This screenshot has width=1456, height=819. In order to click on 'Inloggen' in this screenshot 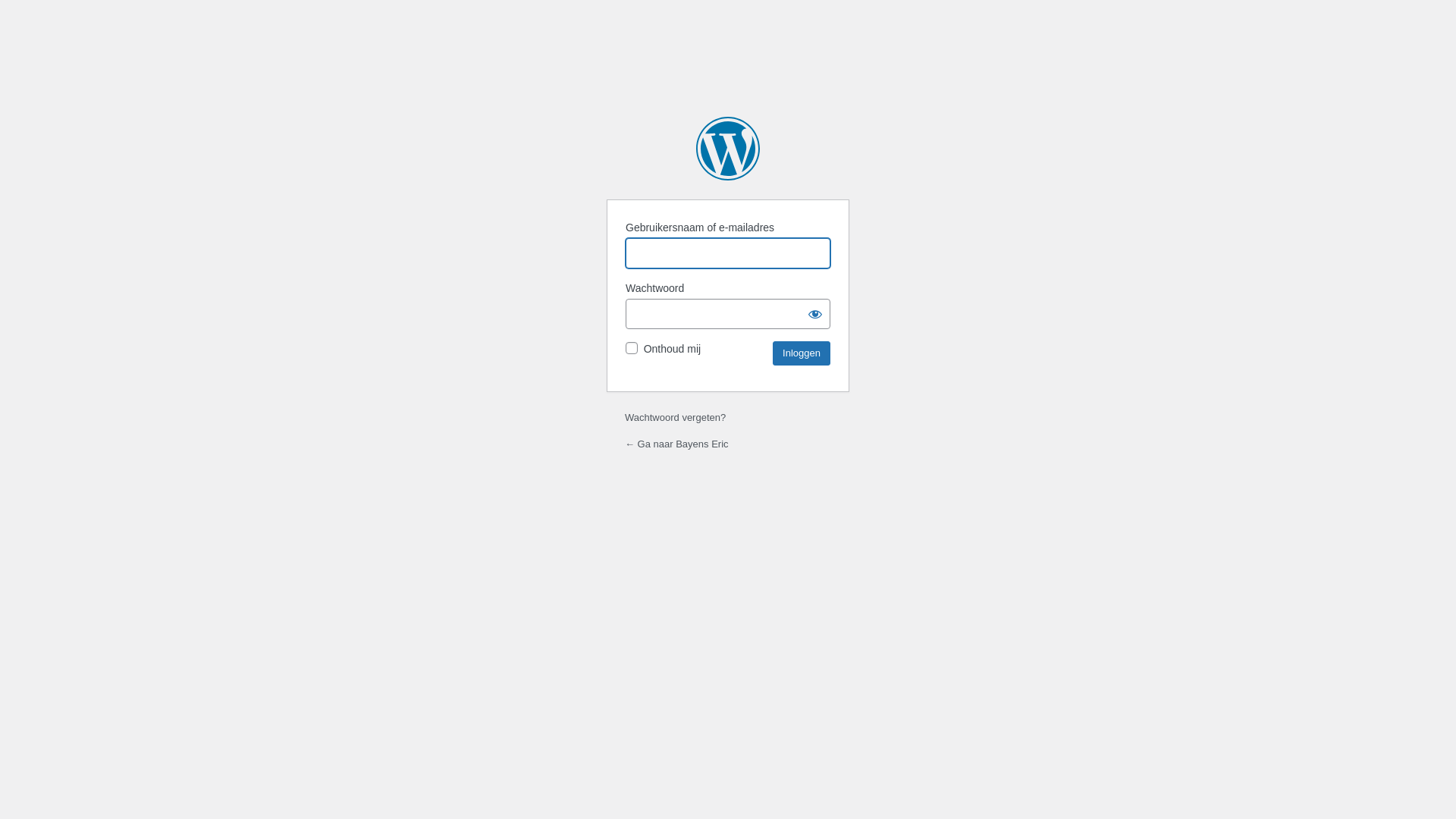, I will do `click(800, 353)`.